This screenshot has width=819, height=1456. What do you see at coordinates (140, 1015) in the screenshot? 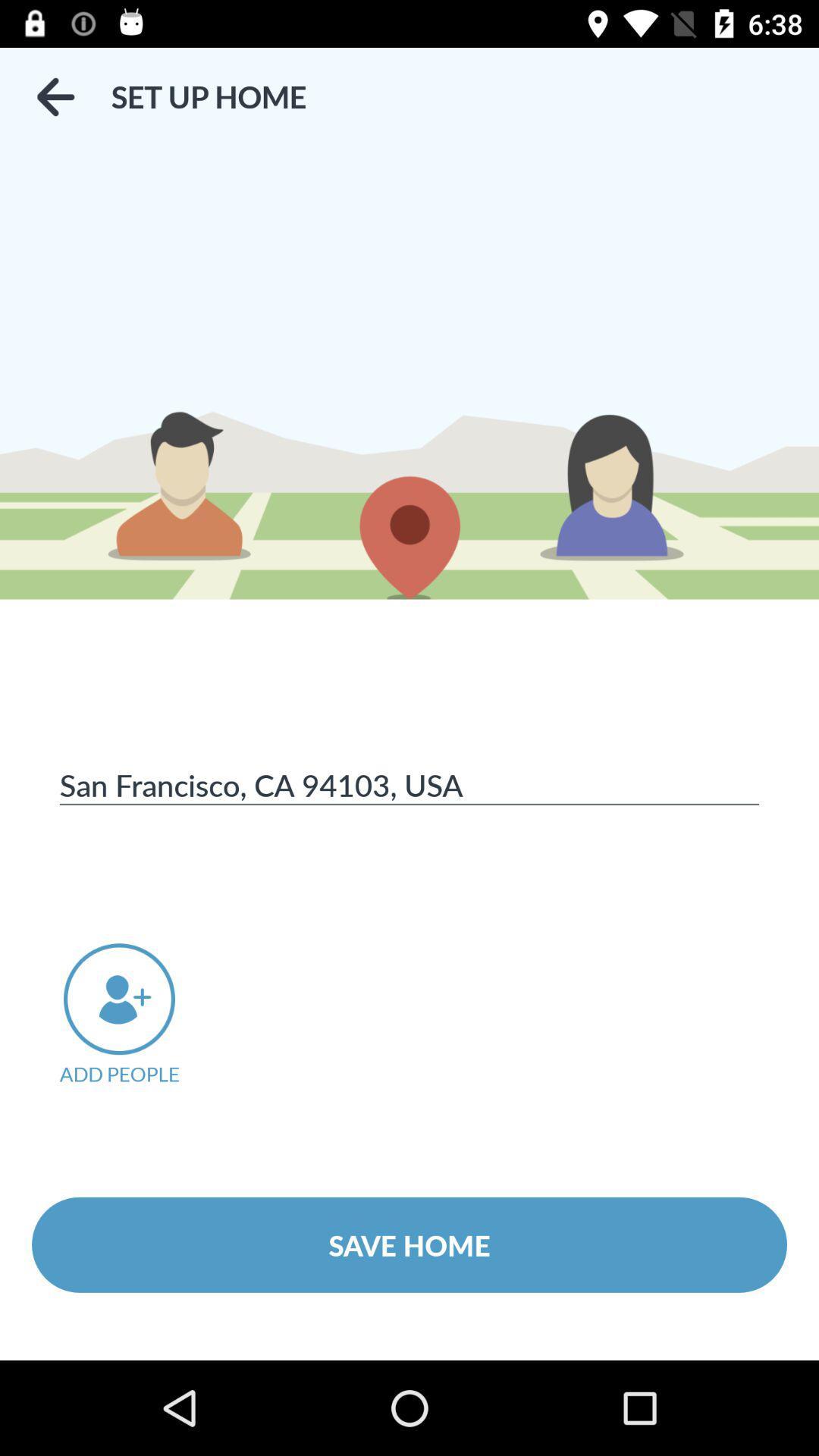
I see `add people` at bounding box center [140, 1015].